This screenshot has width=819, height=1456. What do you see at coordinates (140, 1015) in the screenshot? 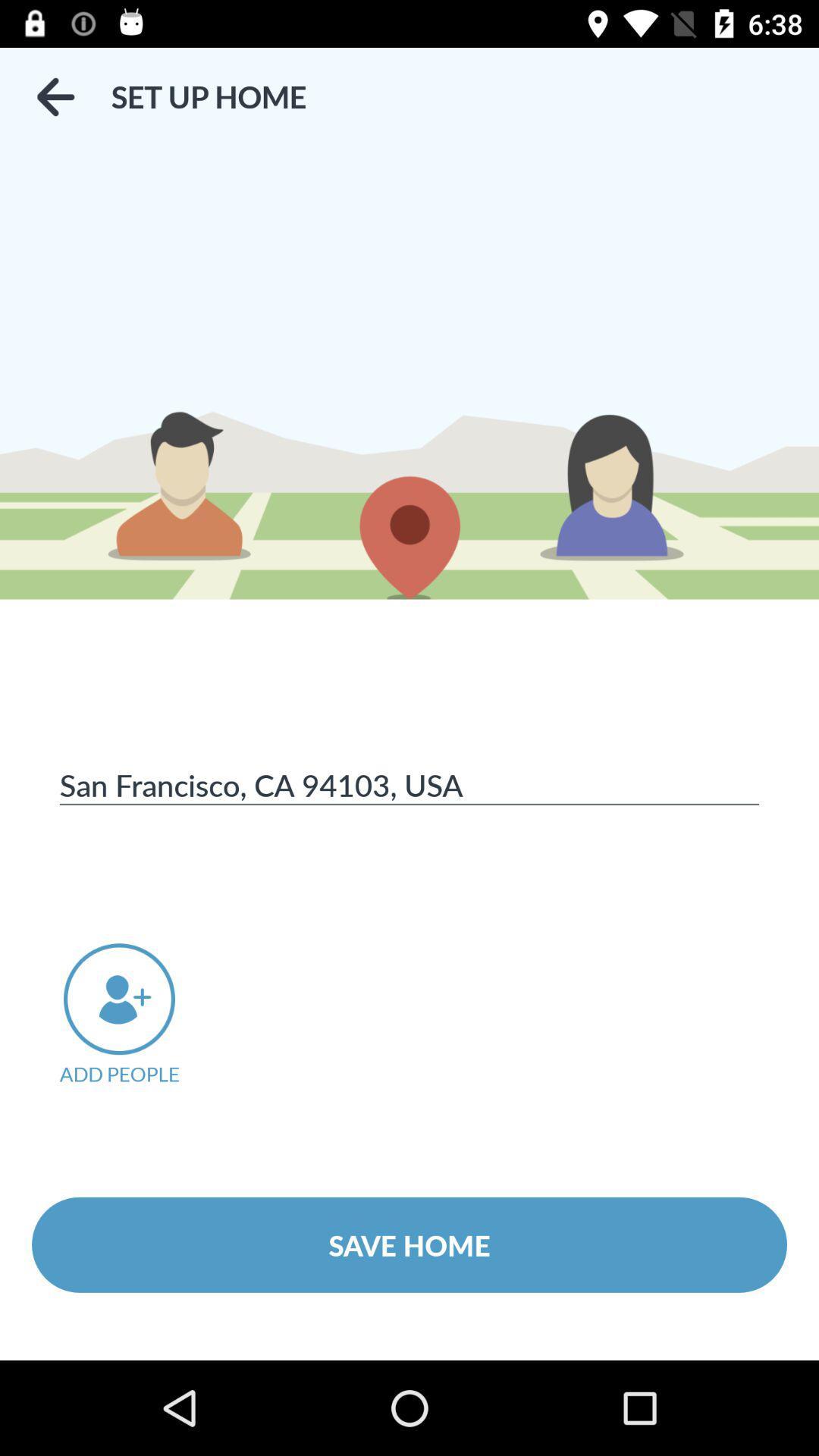
I see `add people` at bounding box center [140, 1015].